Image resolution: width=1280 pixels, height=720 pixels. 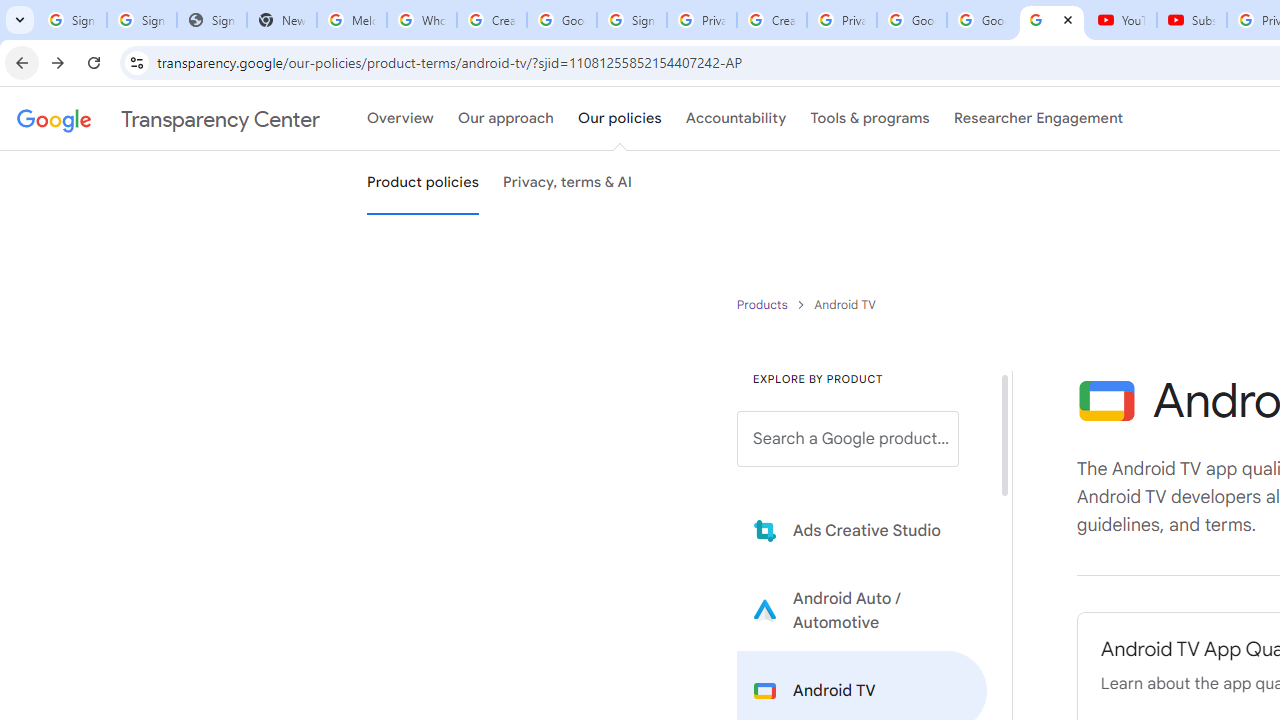 I want to click on 'Create your Google Account', so click(x=492, y=20).